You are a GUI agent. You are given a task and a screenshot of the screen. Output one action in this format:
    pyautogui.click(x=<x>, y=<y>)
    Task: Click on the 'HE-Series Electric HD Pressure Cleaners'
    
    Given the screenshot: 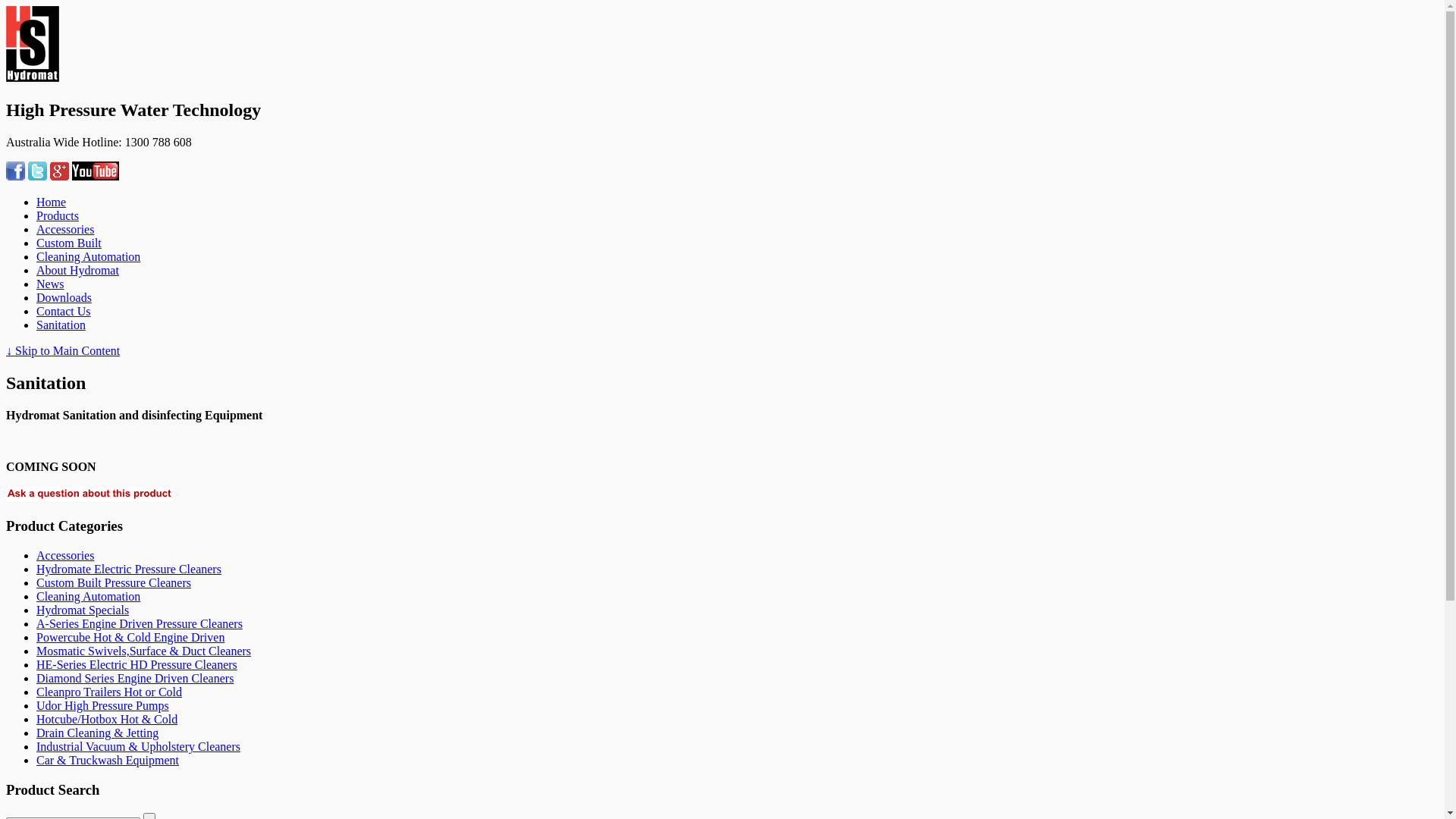 What is the action you would take?
    pyautogui.click(x=36, y=664)
    